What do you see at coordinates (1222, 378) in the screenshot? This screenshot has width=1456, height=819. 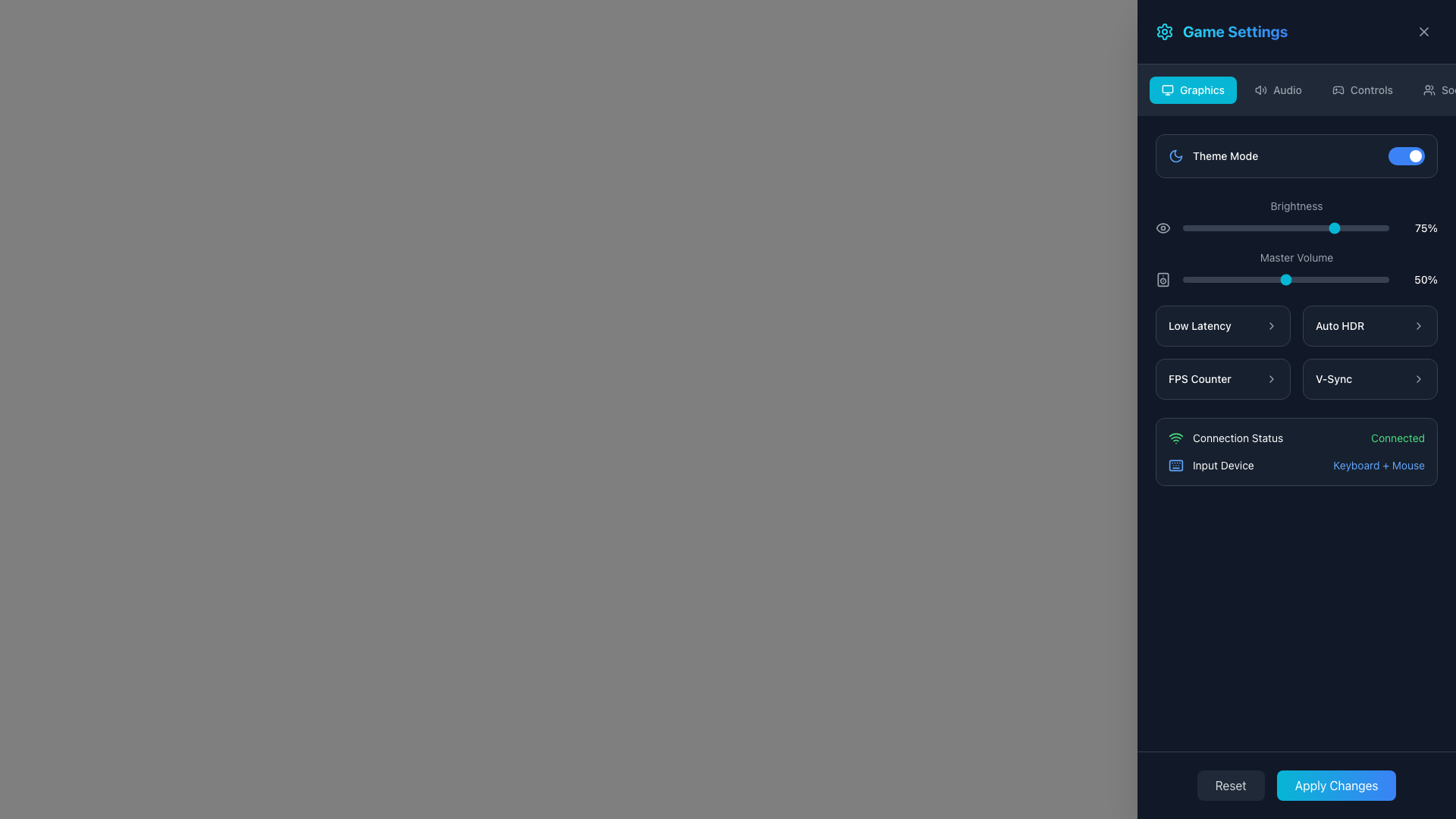 I see `the 'FPS Counter' button located on the right panel under the Graphics category` at bounding box center [1222, 378].